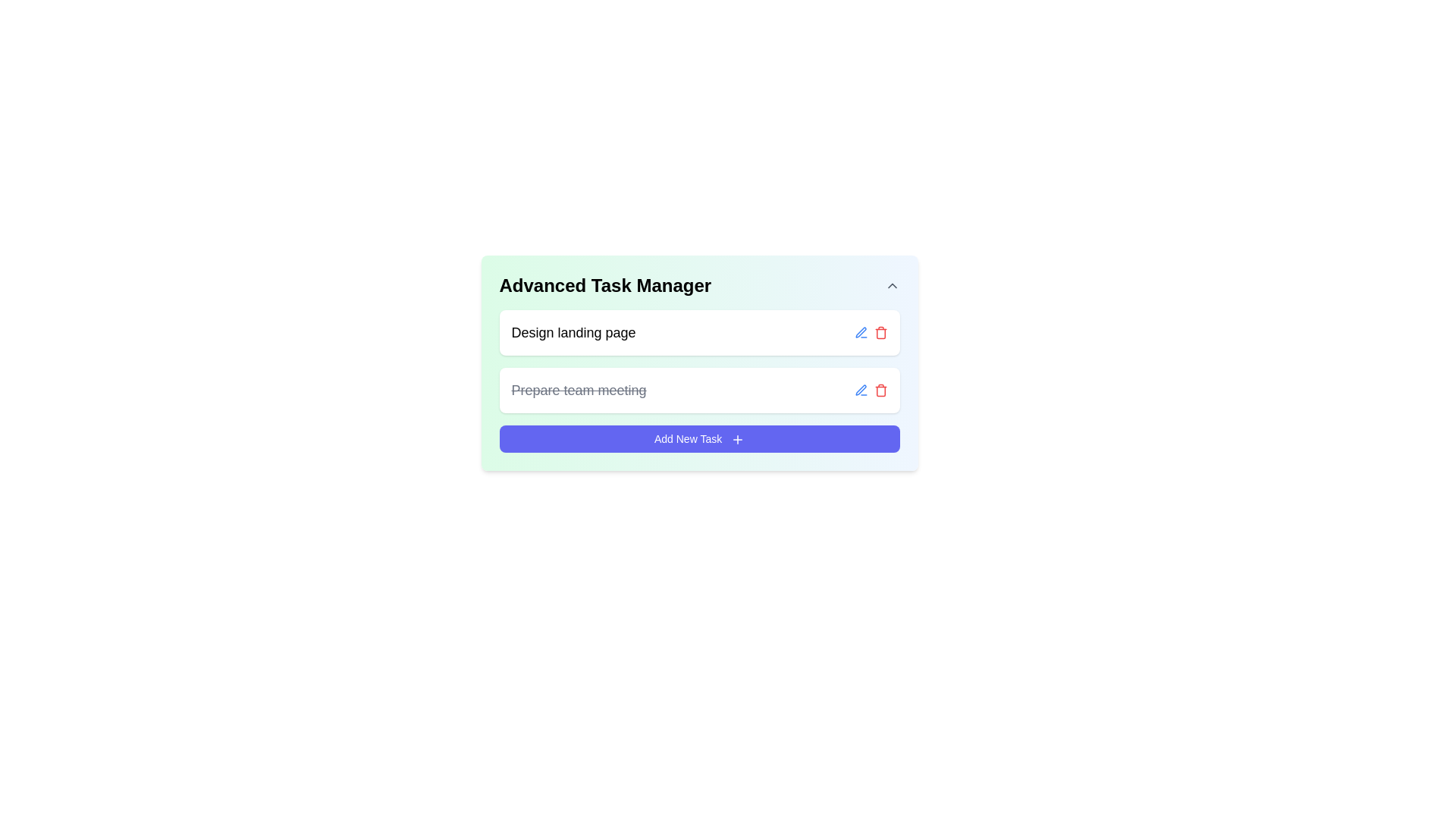 This screenshot has width=1456, height=819. What do you see at coordinates (892, 286) in the screenshot?
I see `the toggle button located in the top-right corner of the 'Advanced Task Manager' section` at bounding box center [892, 286].